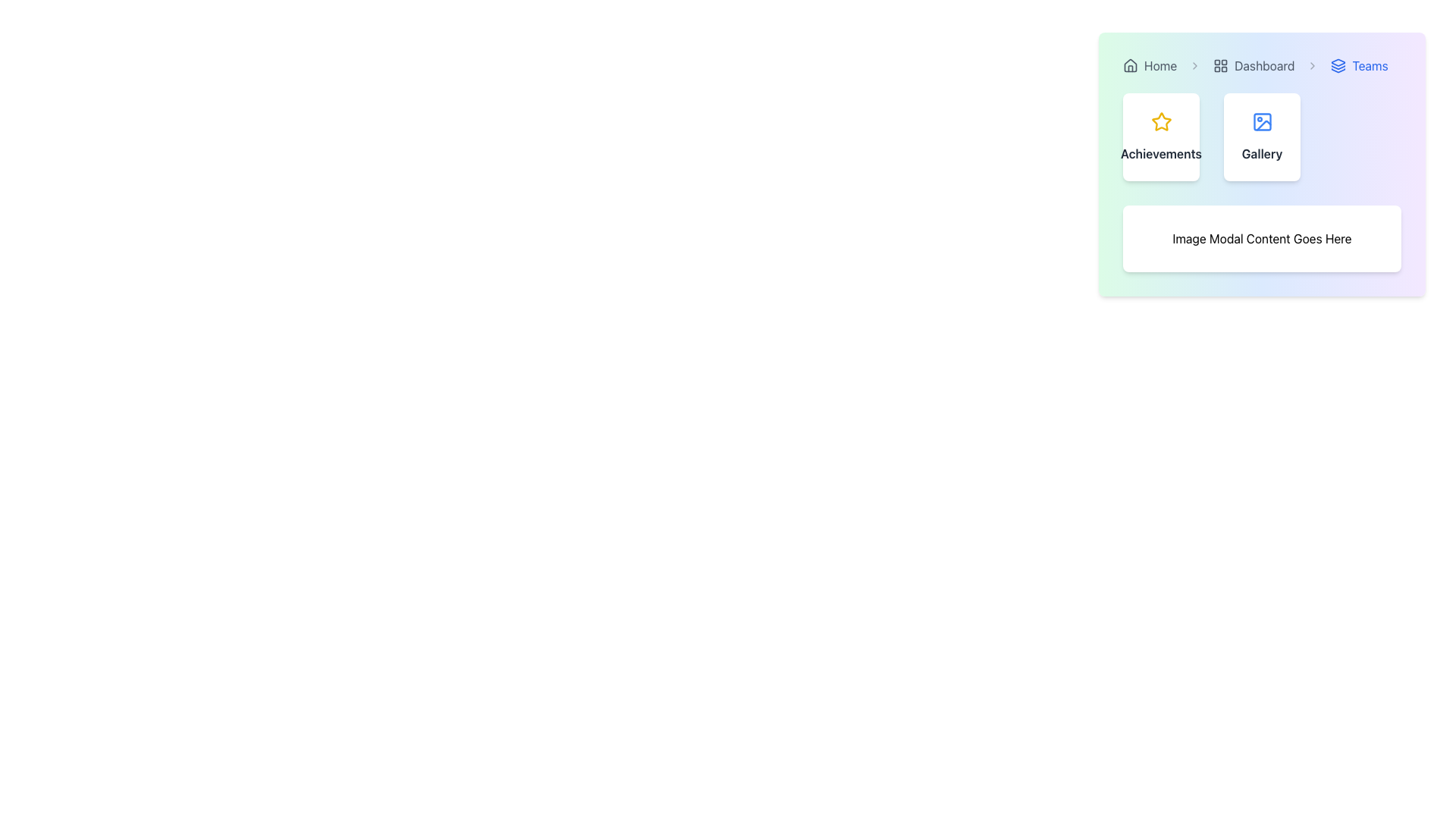 The height and width of the screenshot is (819, 1456). What do you see at coordinates (1220, 65) in the screenshot?
I see `the grid layout icon located in the top navigation bar, adjacent to the 'Dashboard' text` at bounding box center [1220, 65].